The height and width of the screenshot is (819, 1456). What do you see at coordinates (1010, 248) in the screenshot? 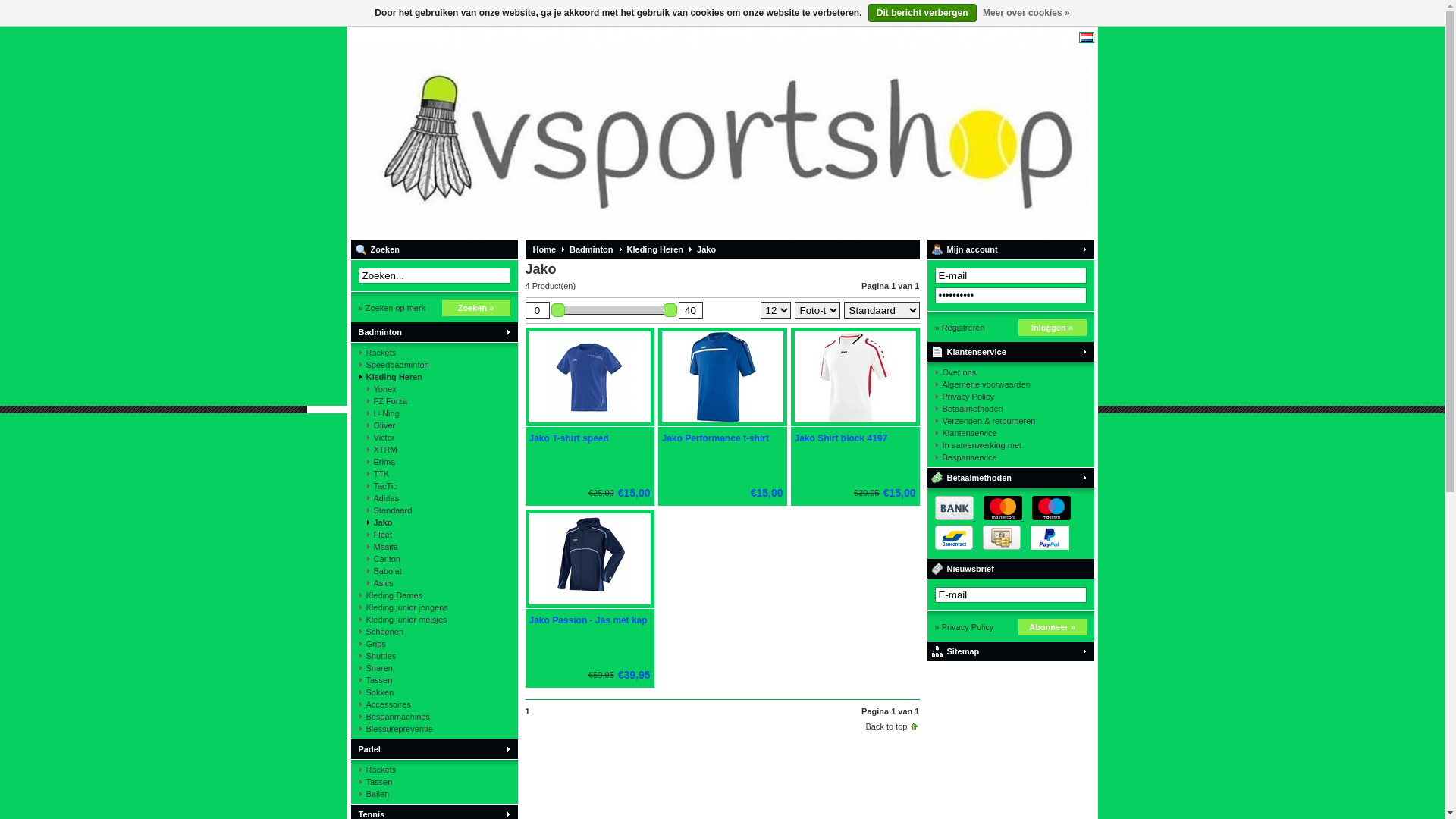
I see `'Mijn account'` at bounding box center [1010, 248].